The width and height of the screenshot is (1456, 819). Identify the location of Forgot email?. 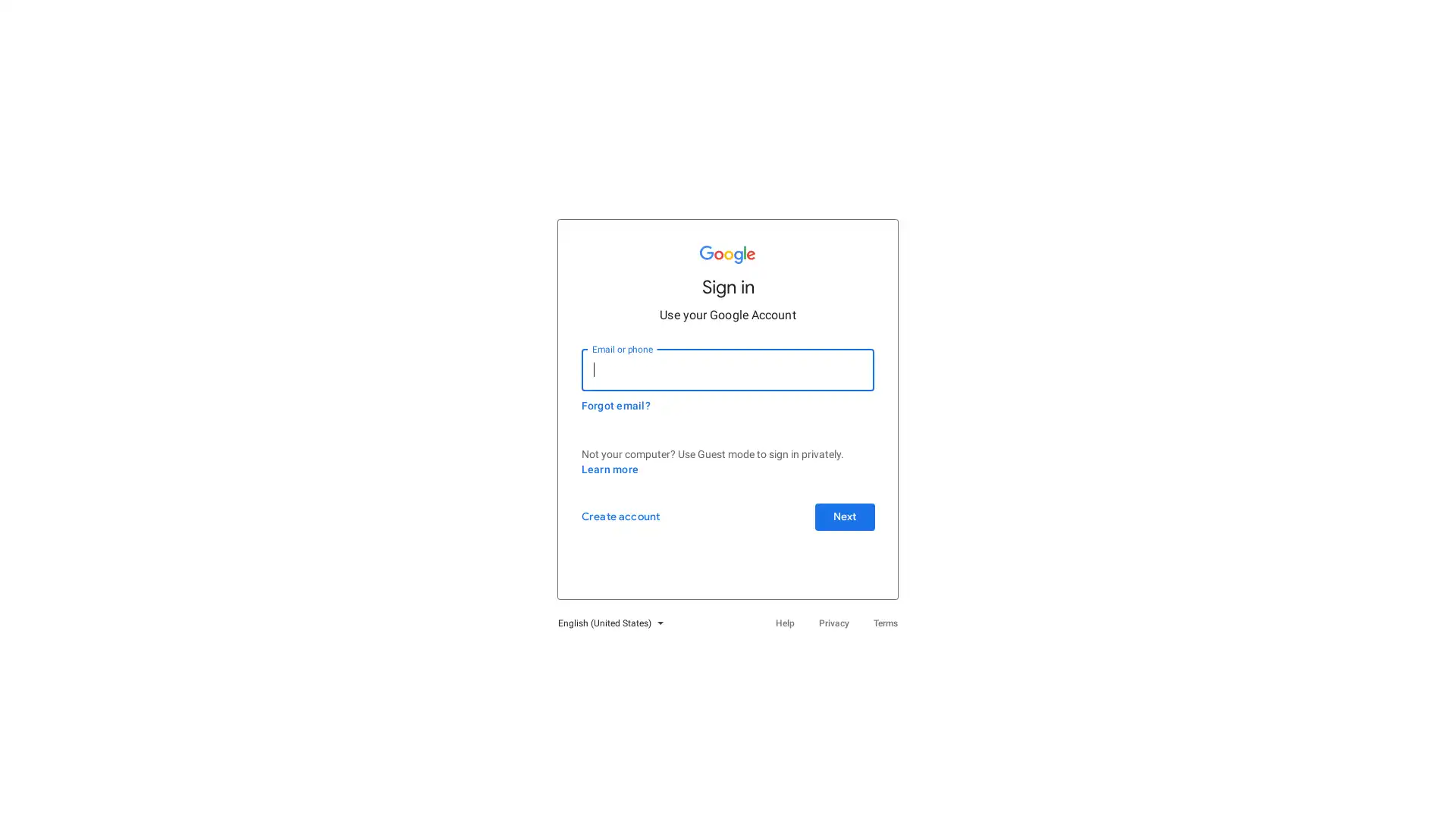
(623, 415).